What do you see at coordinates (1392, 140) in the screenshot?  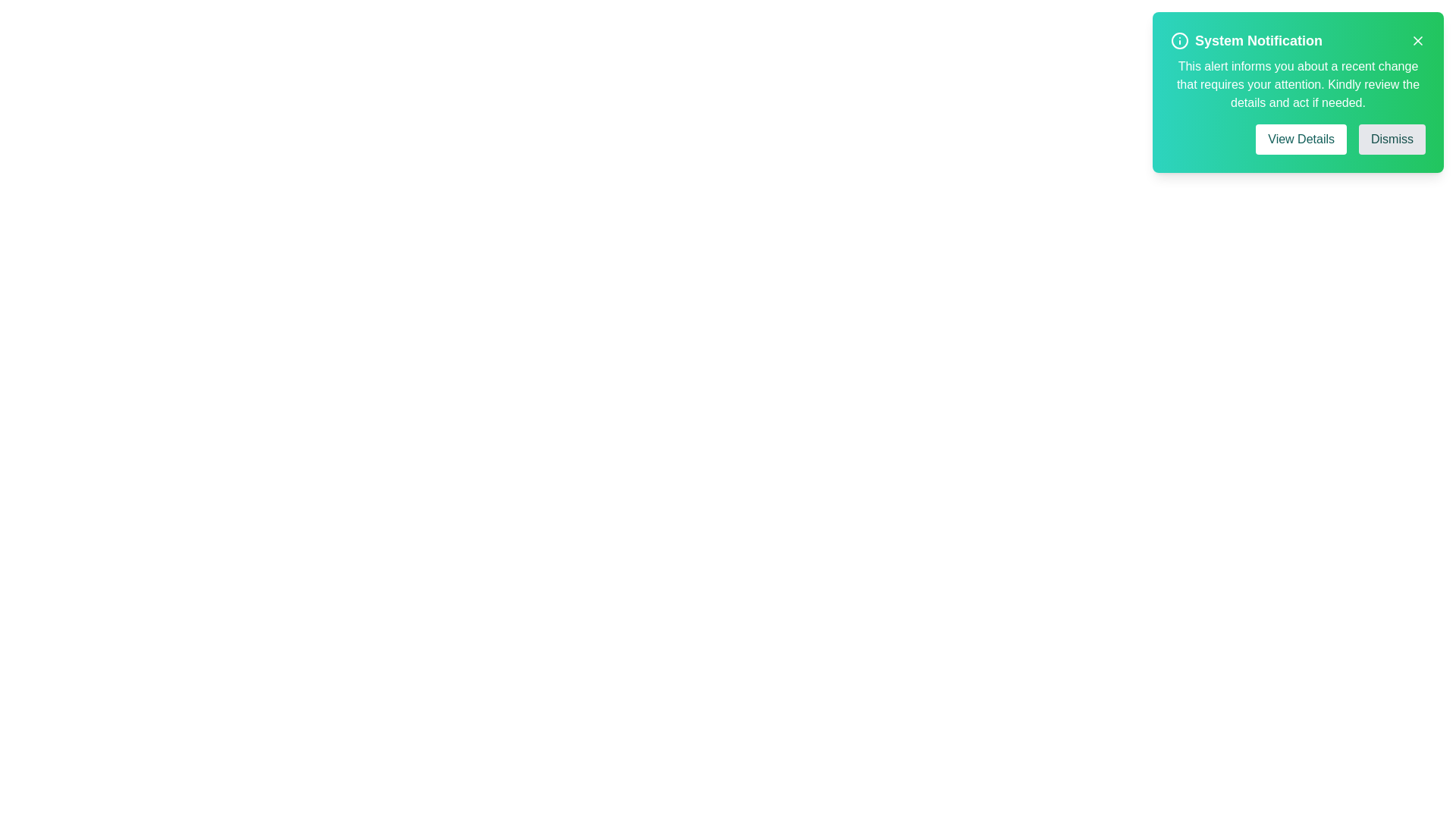 I see `the 'Dismiss' button to close the alert` at bounding box center [1392, 140].